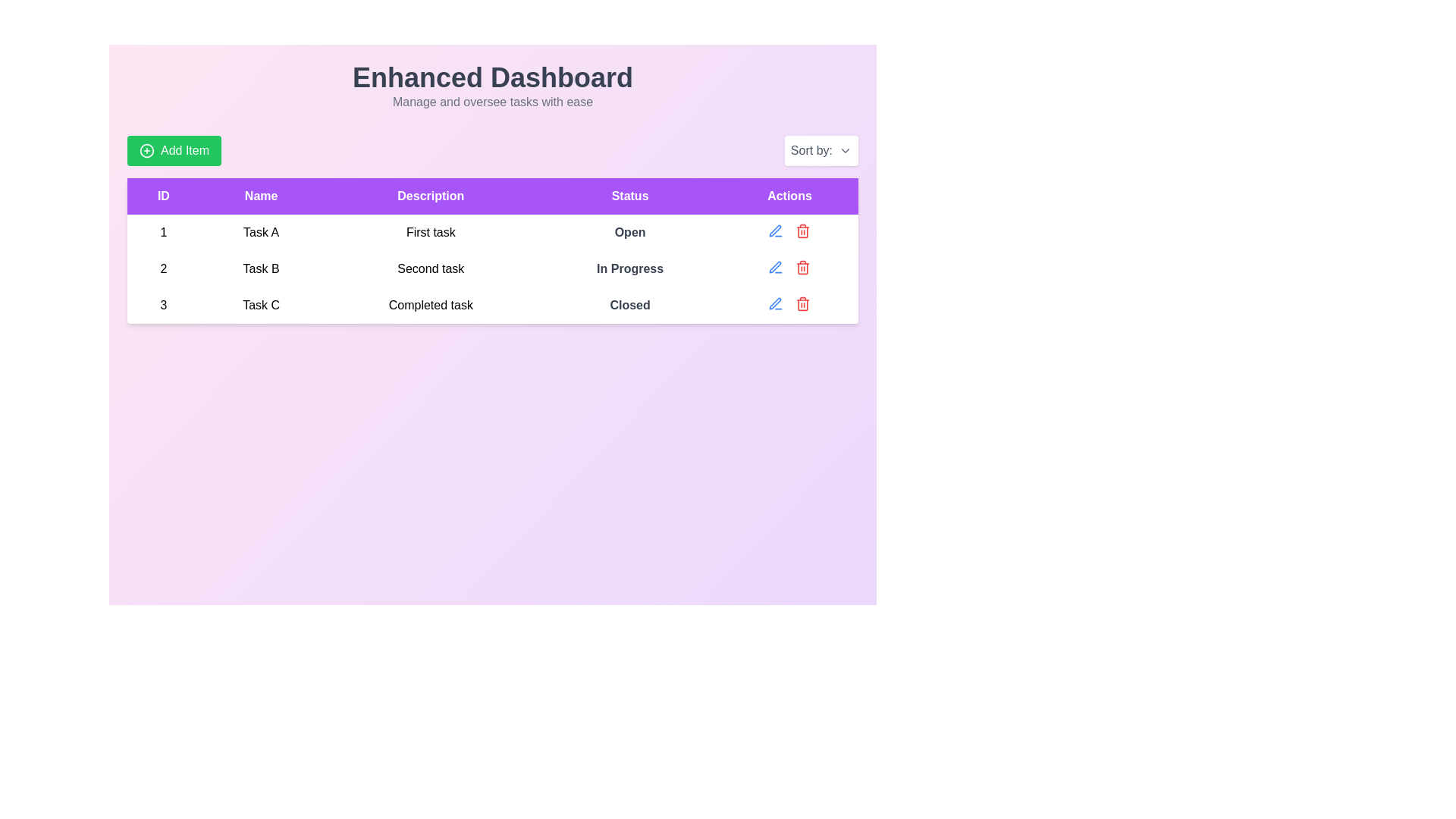 The height and width of the screenshot is (819, 1456). What do you see at coordinates (492, 268) in the screenshot?
I see `the second row in the table containing ID '2', Name 'Task B', Description 'Second task', and Status 'In Progress'` at bounding box center [492, 268].